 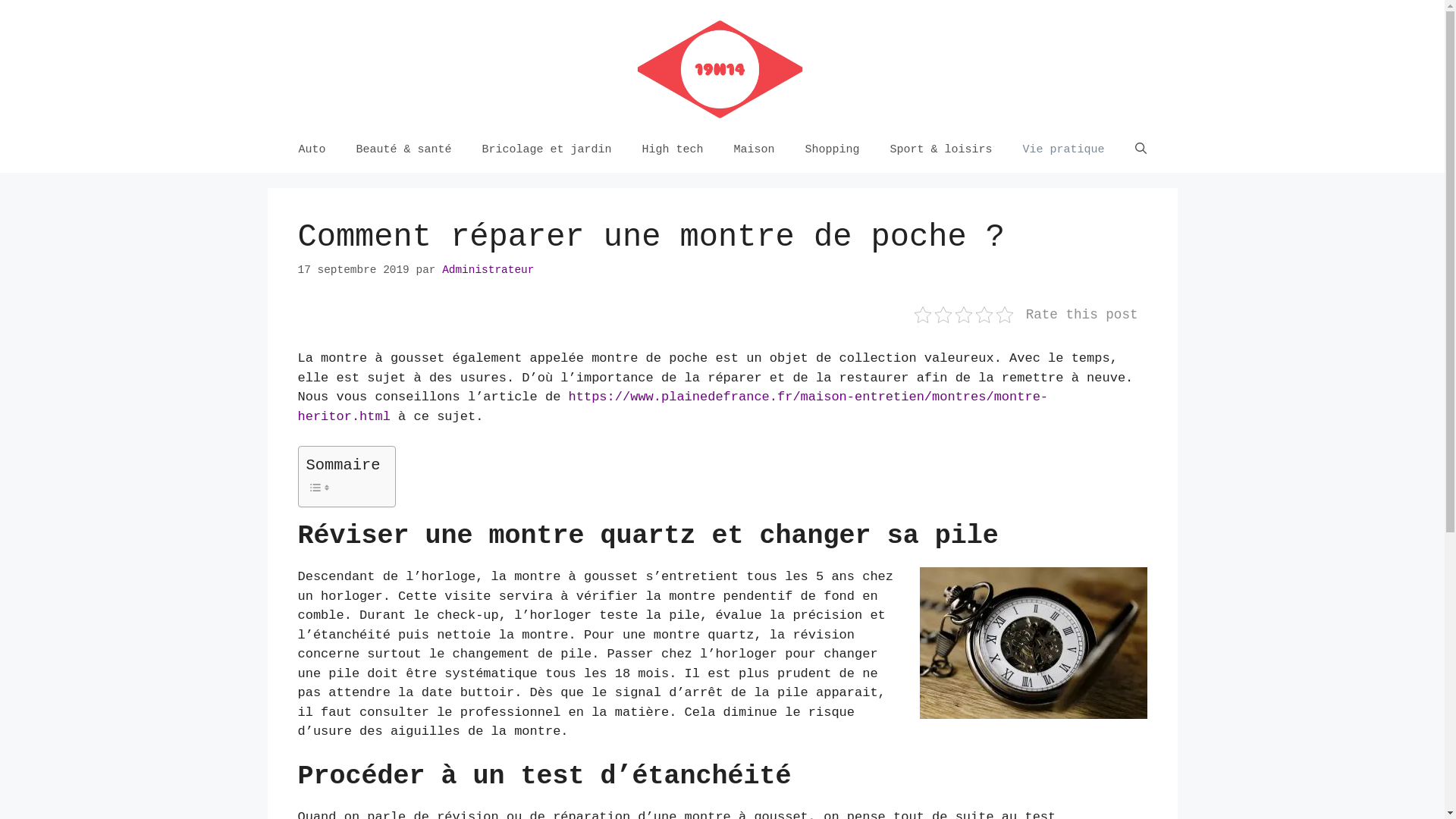 I want to click on 'Vie pratique', so click(x=1008, y=149).